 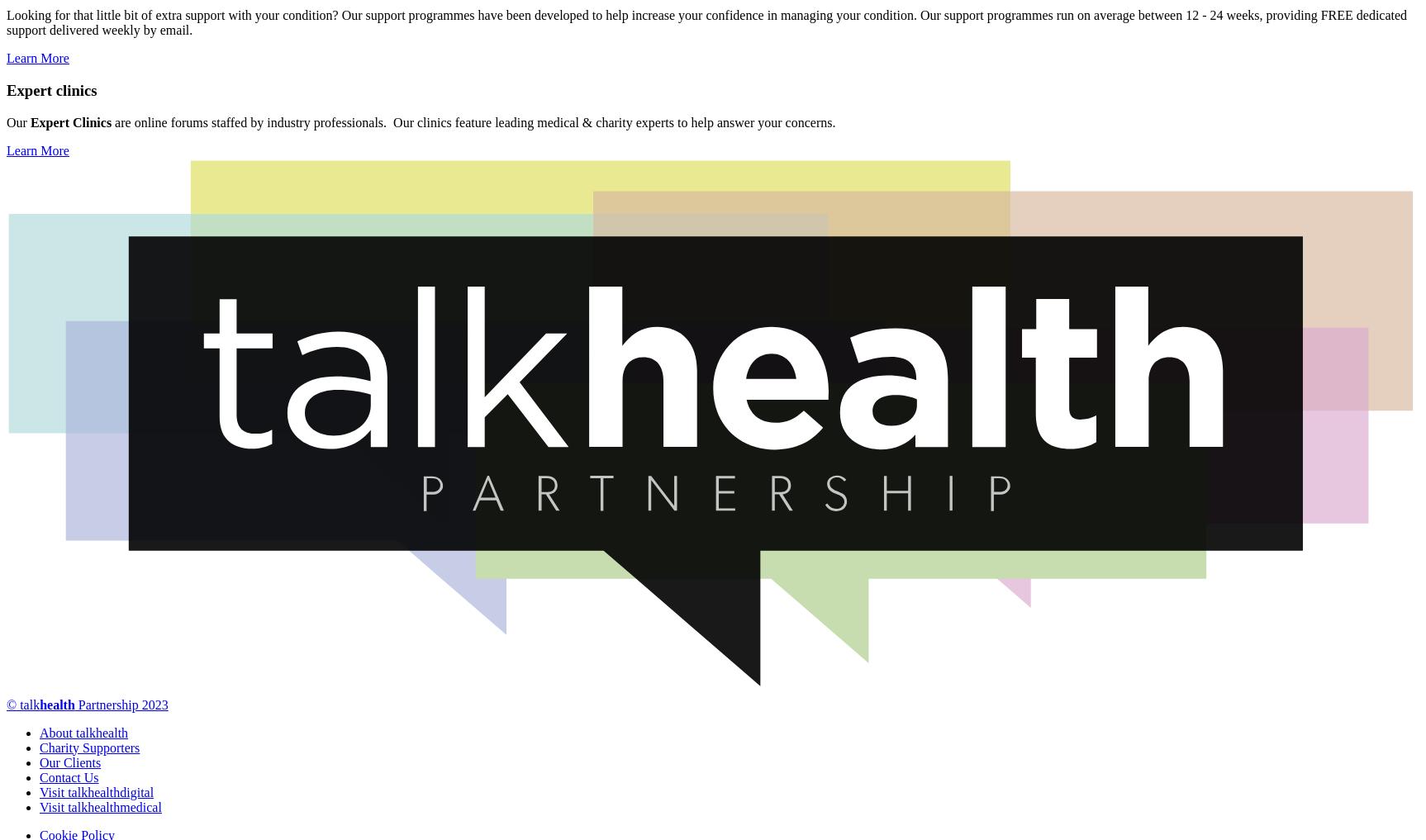 What do you see at coordinates (39, 776) in the screenshot?
I see `'Contact Us'` at bounding box center [39, 776].